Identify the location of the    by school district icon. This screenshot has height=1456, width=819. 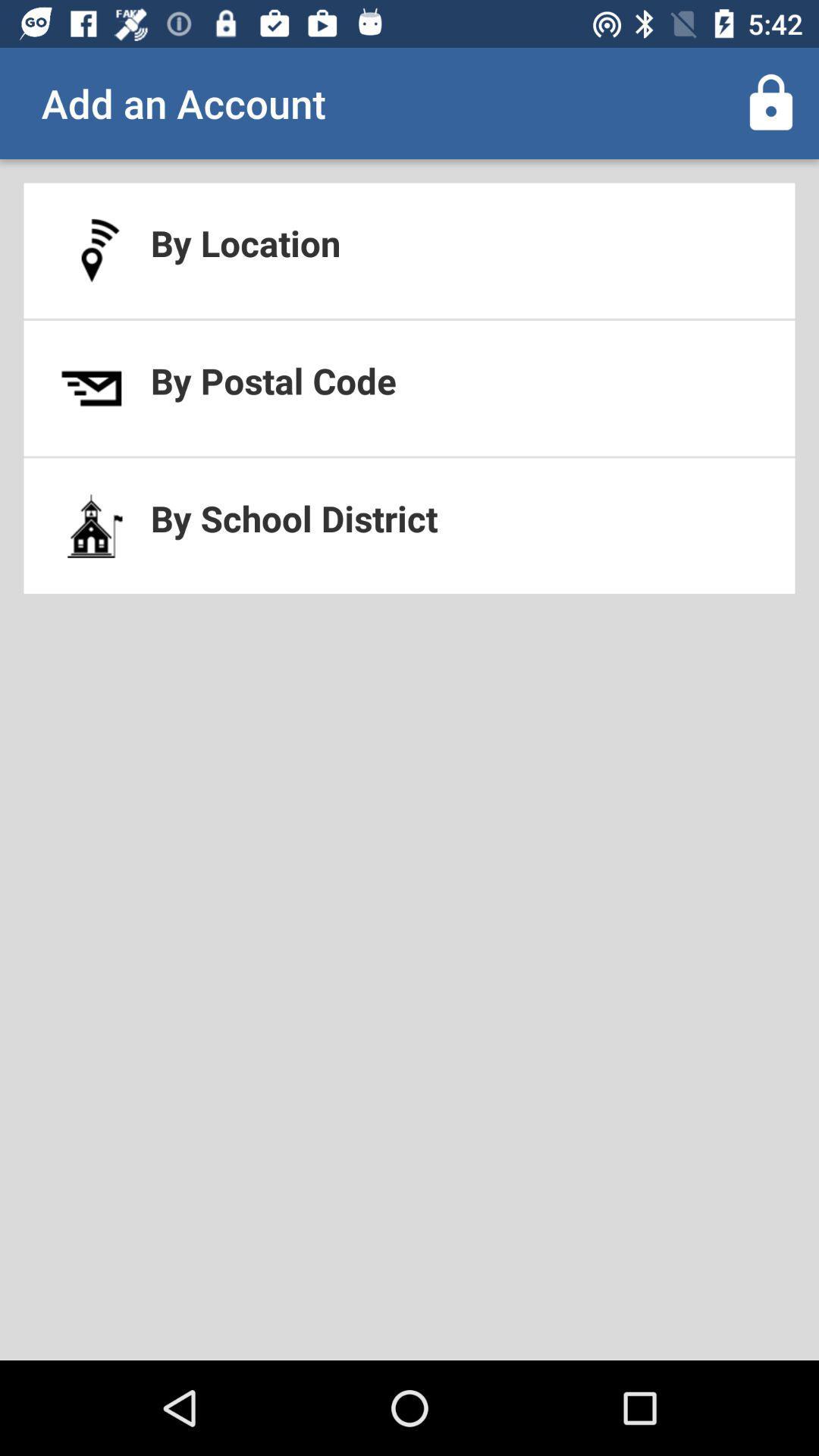
(409, 526).